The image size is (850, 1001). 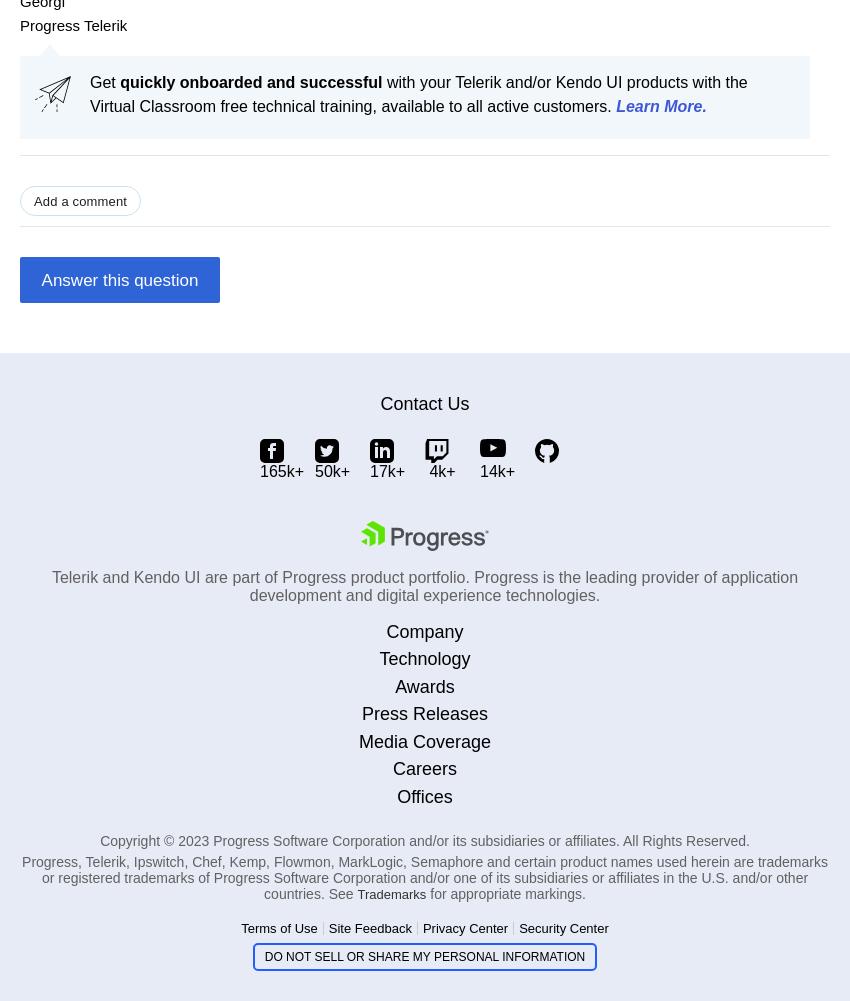 What do you see at coordinates (255, 81) in the screenshot?
I see `'uickly onboarded and successful'` at bounding box center [255, 81].